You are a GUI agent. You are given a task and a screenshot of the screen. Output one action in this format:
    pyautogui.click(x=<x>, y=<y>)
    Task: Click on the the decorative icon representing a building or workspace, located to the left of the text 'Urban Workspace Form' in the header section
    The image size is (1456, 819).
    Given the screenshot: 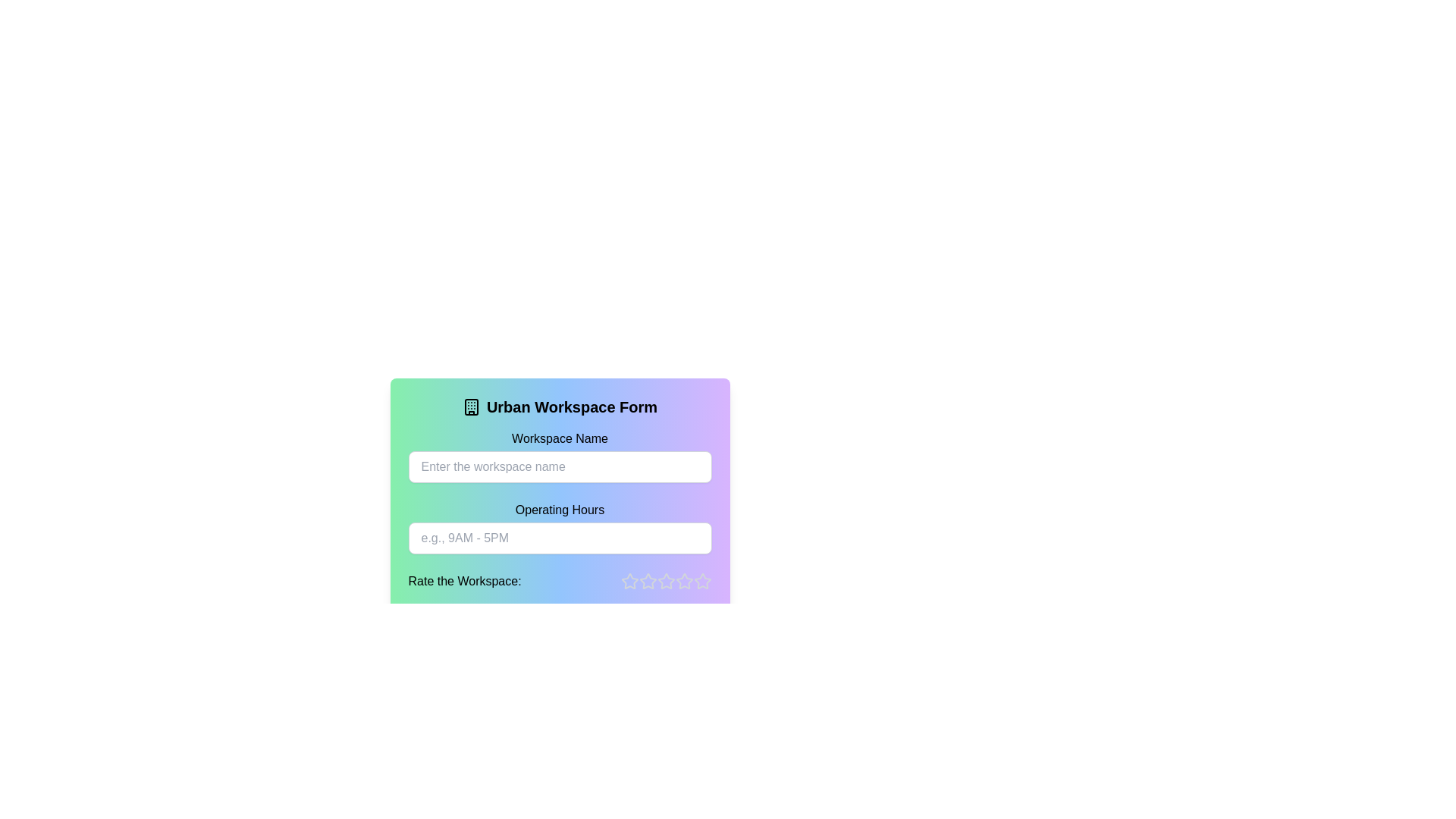 What is the action you would take?
    pyautogui.click(x=470, y=406)
    